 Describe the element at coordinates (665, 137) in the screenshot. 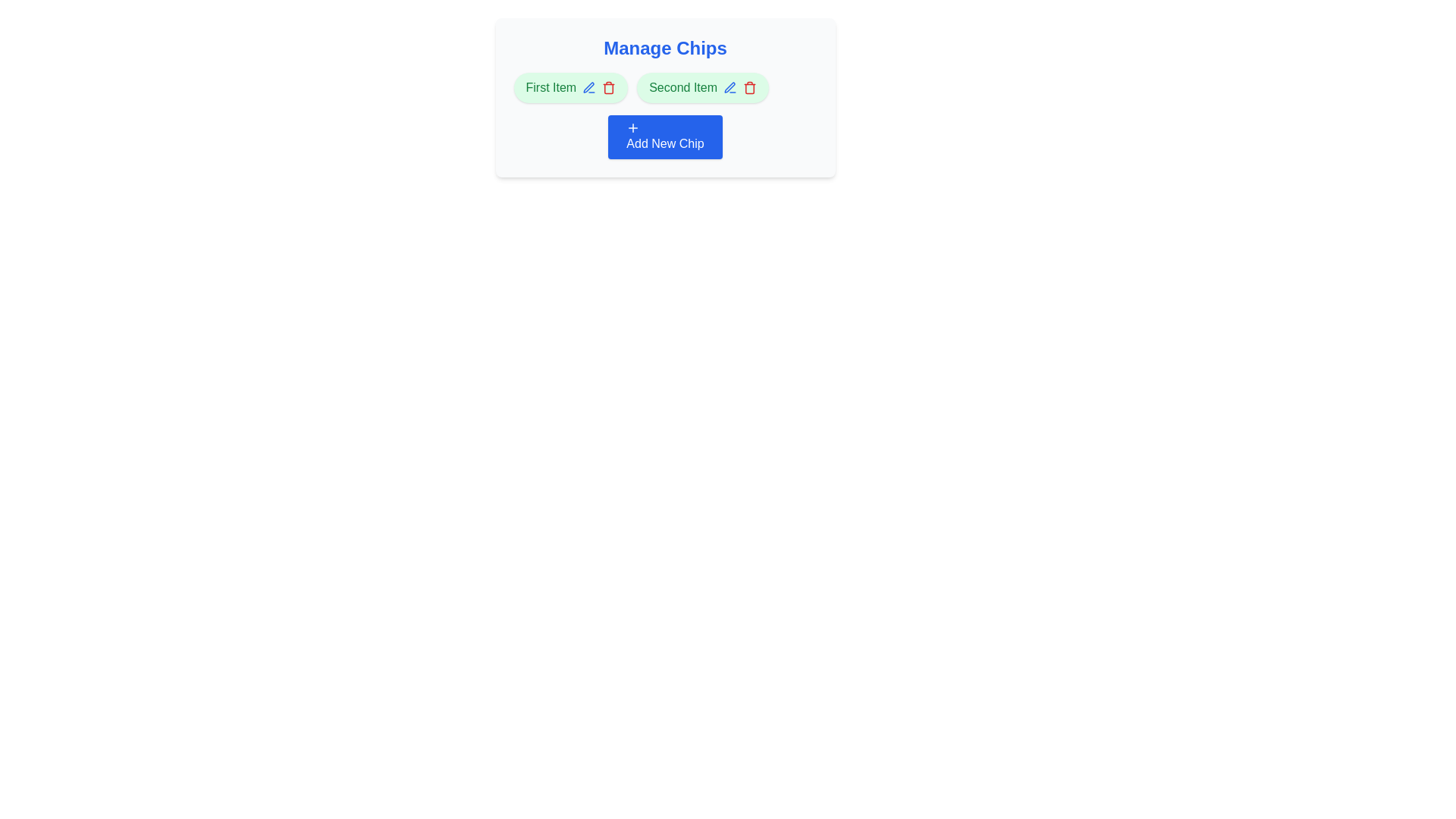

I see `'Add New Chip' button to add a new chip` at that location.